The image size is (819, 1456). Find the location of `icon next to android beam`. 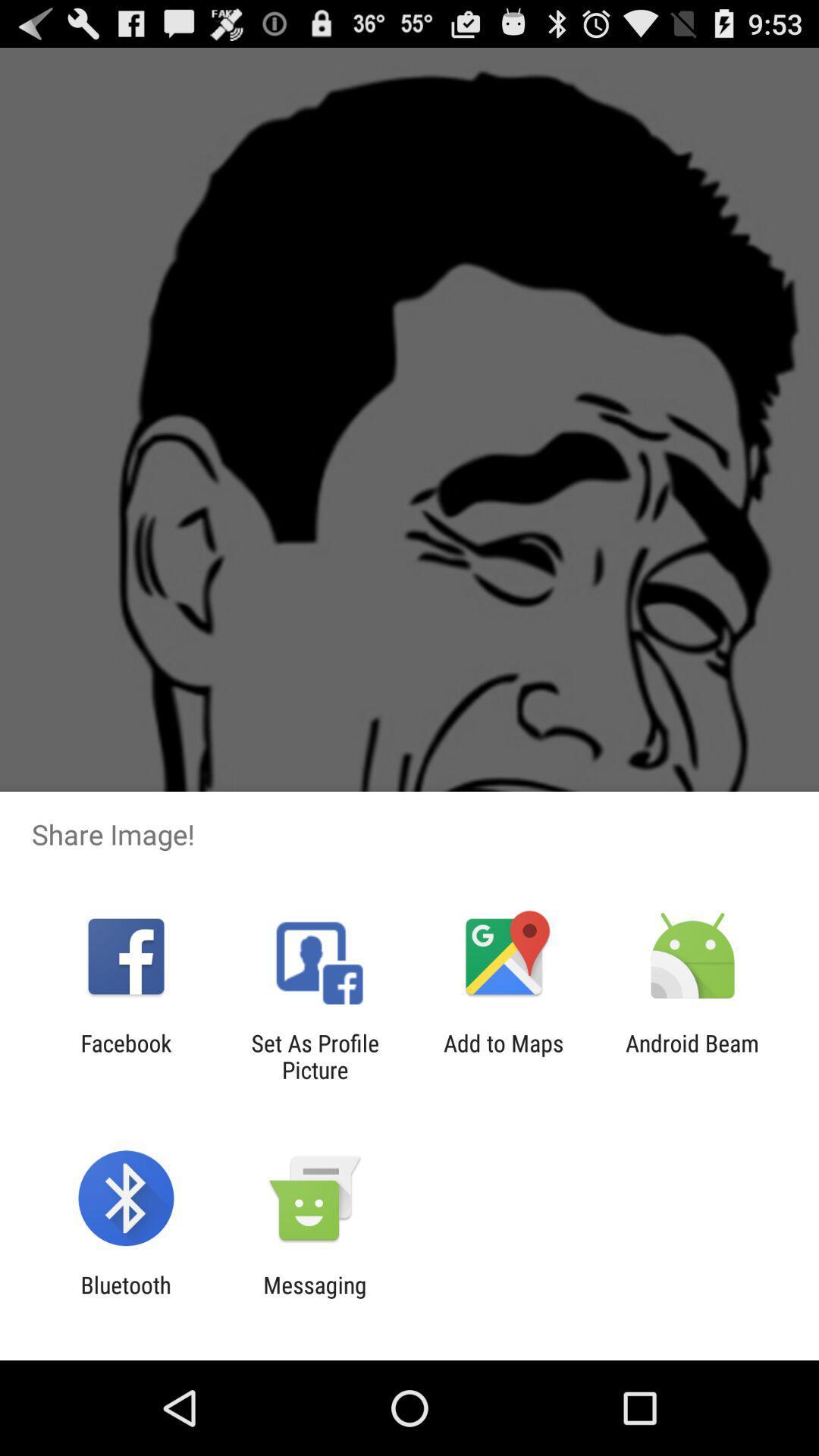

icon next to android beam is located at coordinates (504, 1056).